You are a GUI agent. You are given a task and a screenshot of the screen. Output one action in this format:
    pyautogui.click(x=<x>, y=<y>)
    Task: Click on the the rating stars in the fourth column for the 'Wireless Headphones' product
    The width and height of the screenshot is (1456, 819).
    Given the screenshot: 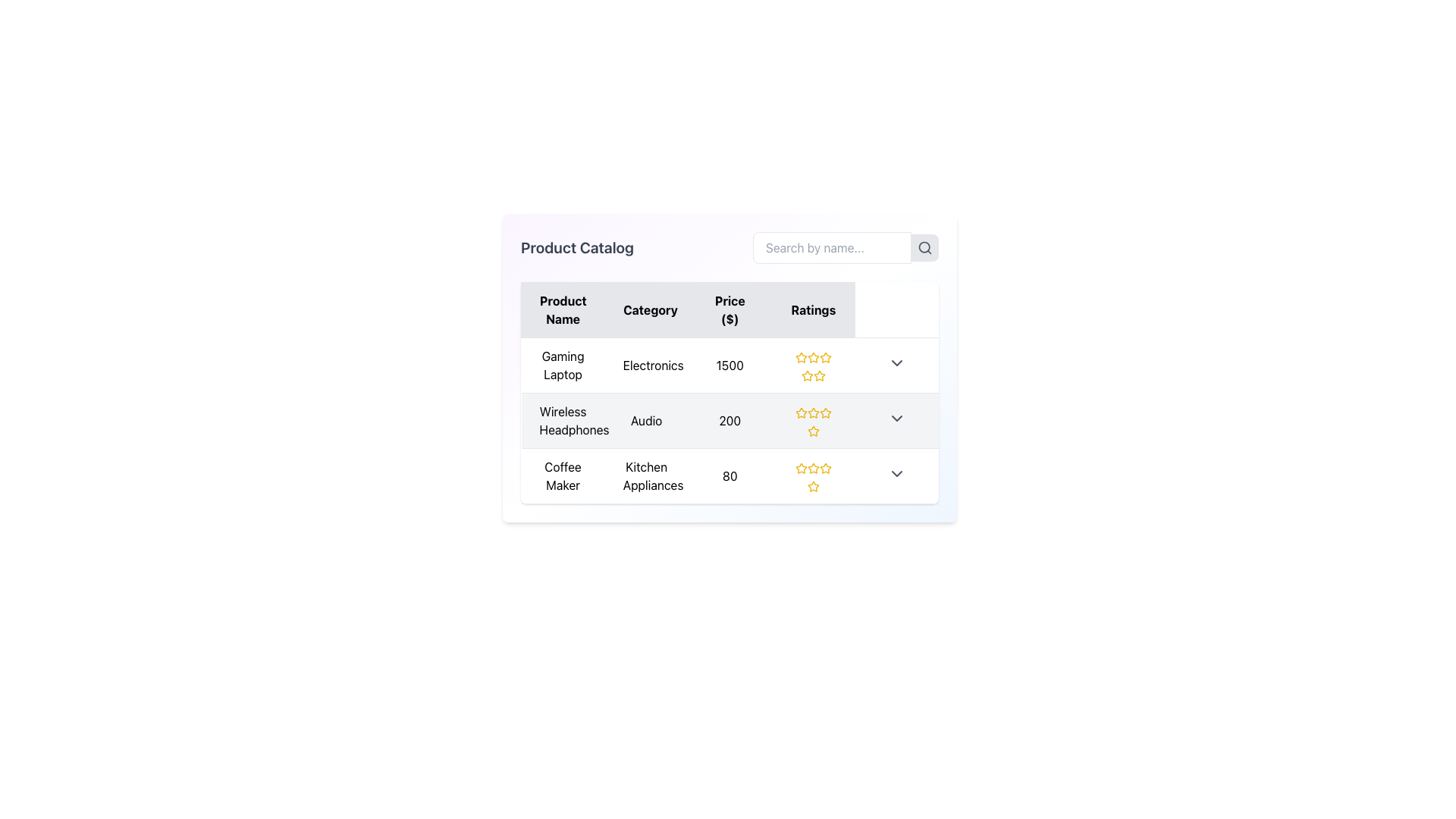 What is the action you would take?
    pyautogui.click(x=812, y=421)
    